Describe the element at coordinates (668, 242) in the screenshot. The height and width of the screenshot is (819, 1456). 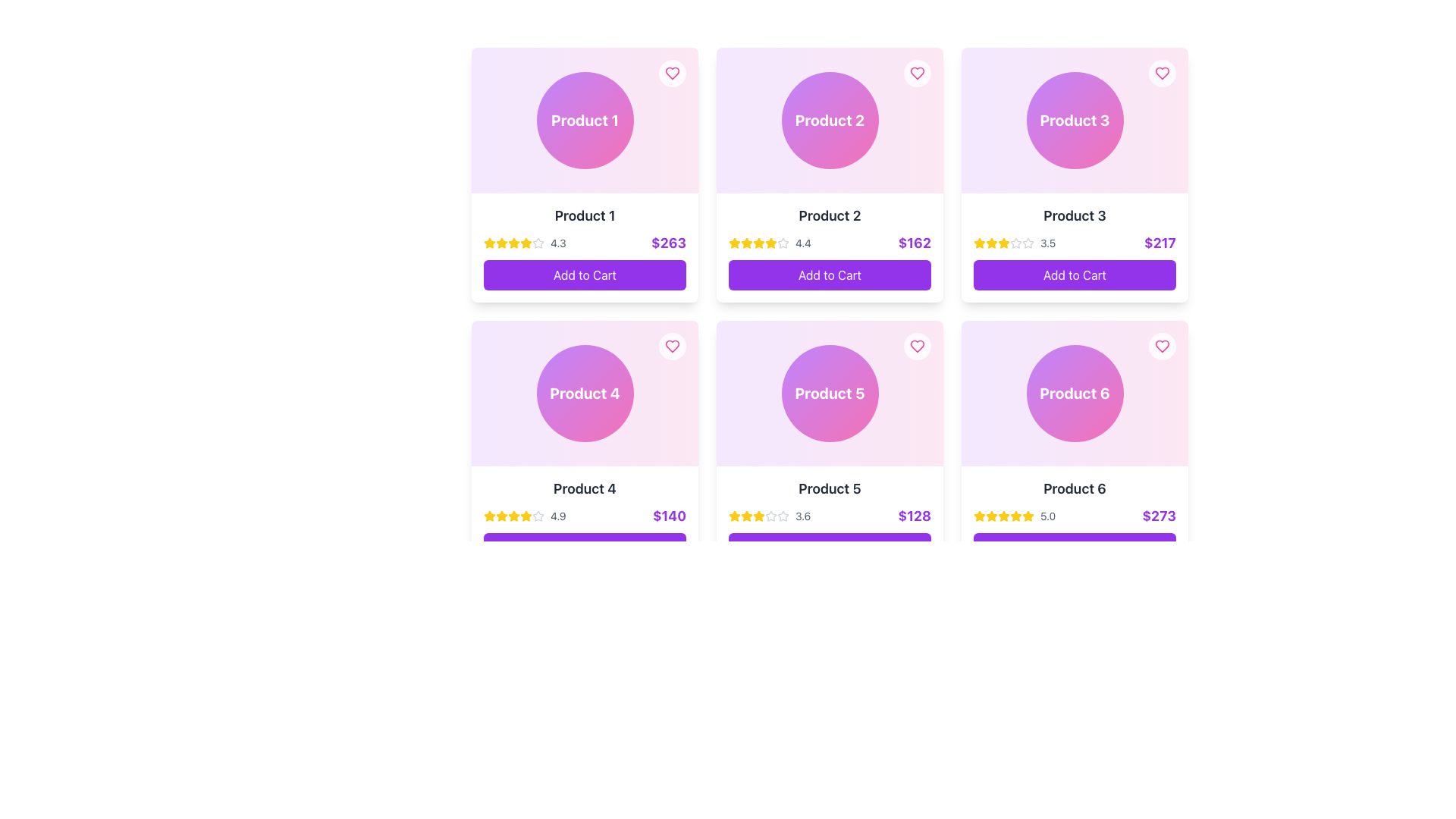
I see `the text label displaying the amount '$263' in bold purple font, located at the bottom-right corner of the 'Product 1' card above the 'Add to Cart' button` at that location.